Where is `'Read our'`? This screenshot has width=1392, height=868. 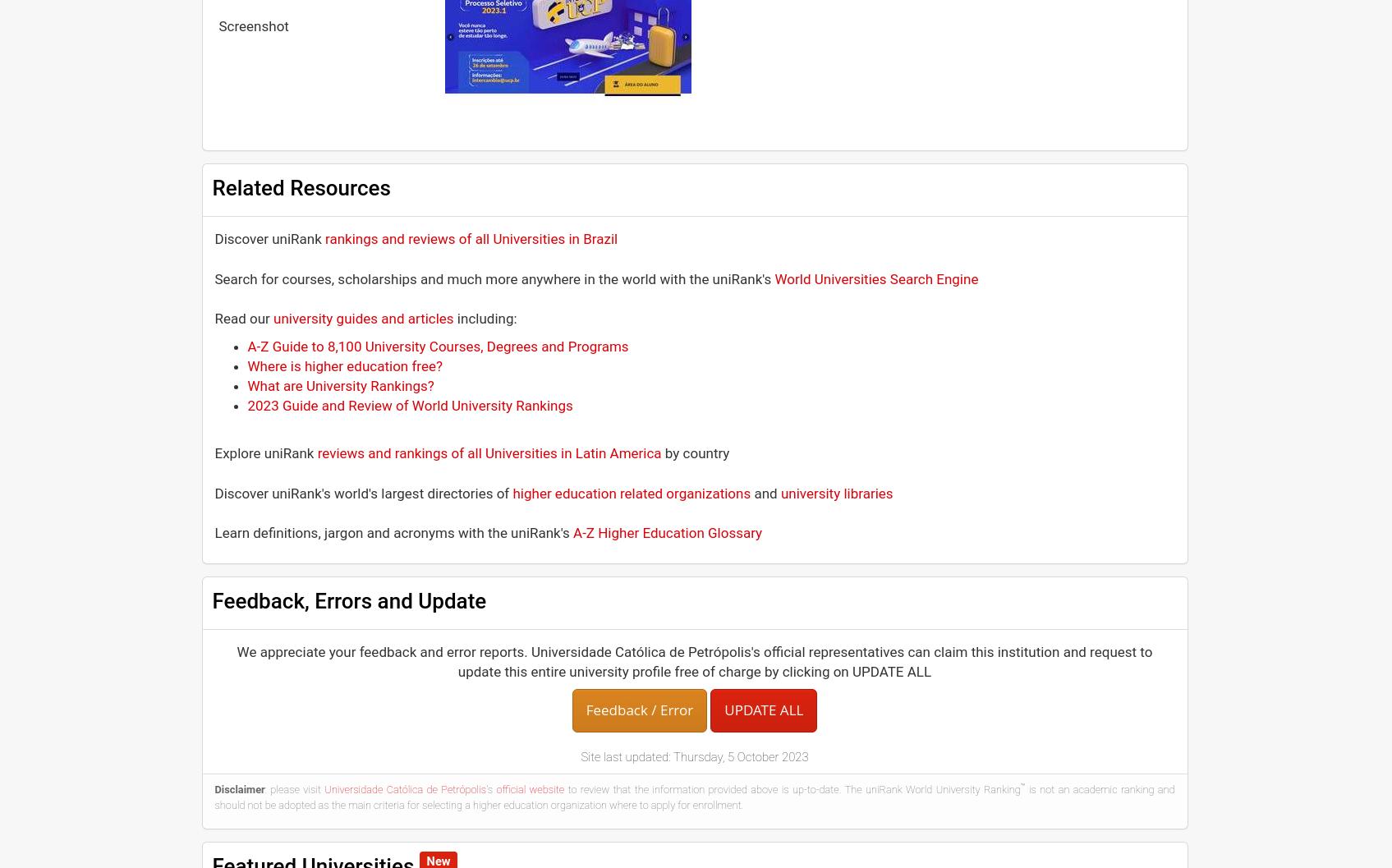
'Read our' is located at coordinates (214, 318).